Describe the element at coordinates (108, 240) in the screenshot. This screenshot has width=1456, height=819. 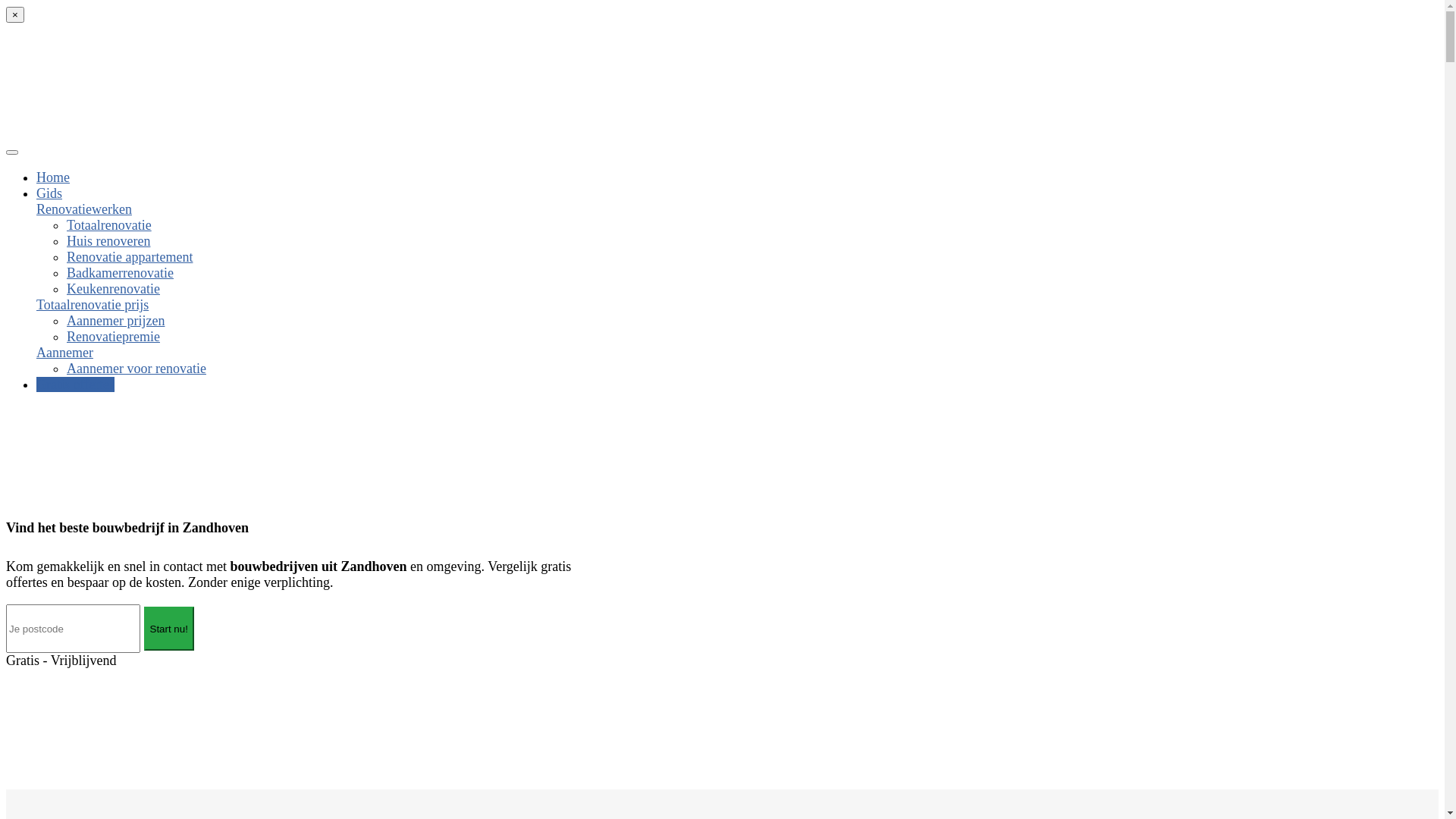
I see `'Huis renoveren'` at that location.